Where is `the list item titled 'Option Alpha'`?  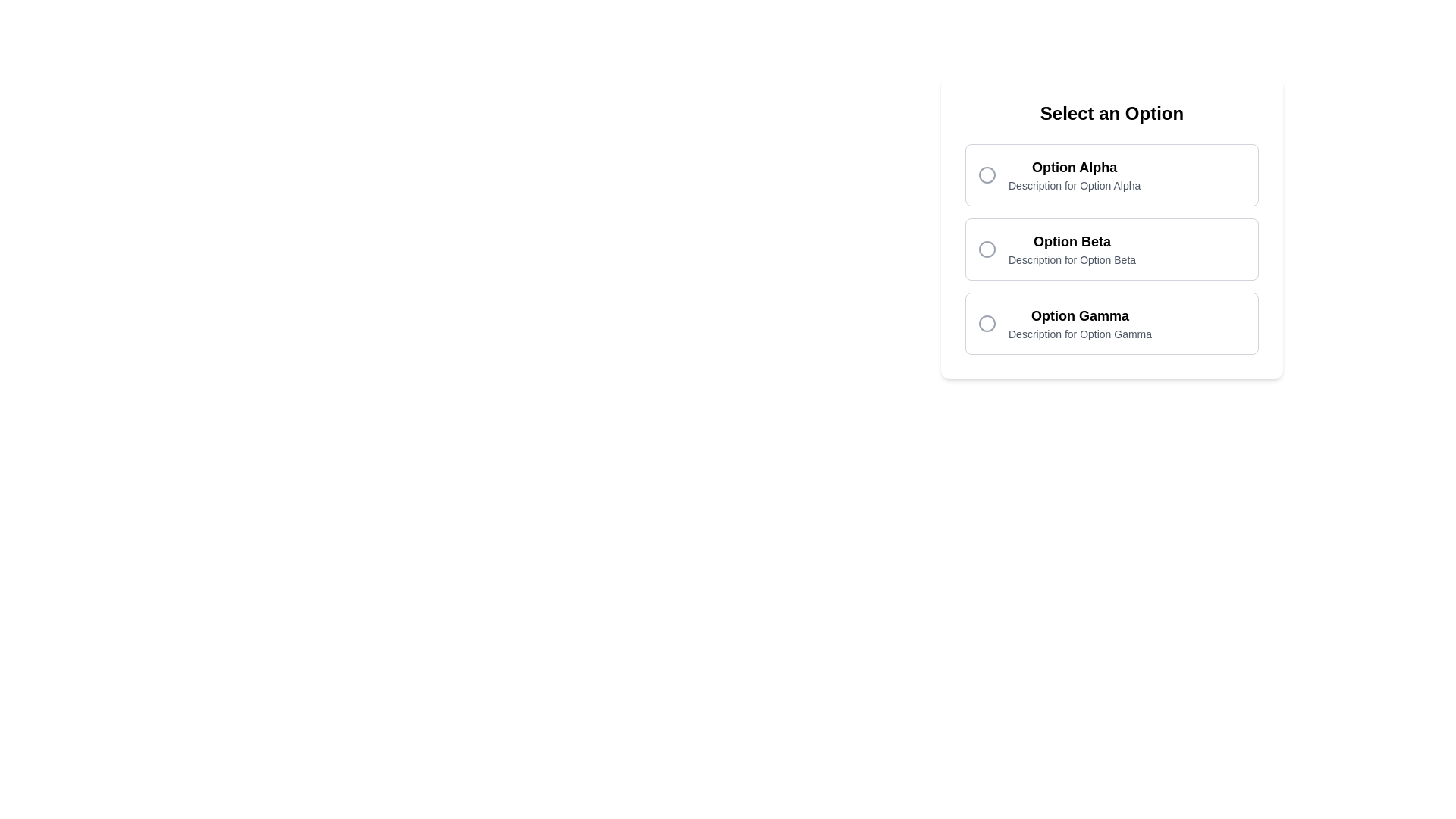 the list item titled 'Option Alpha' is located at coordinates (1073, 174).